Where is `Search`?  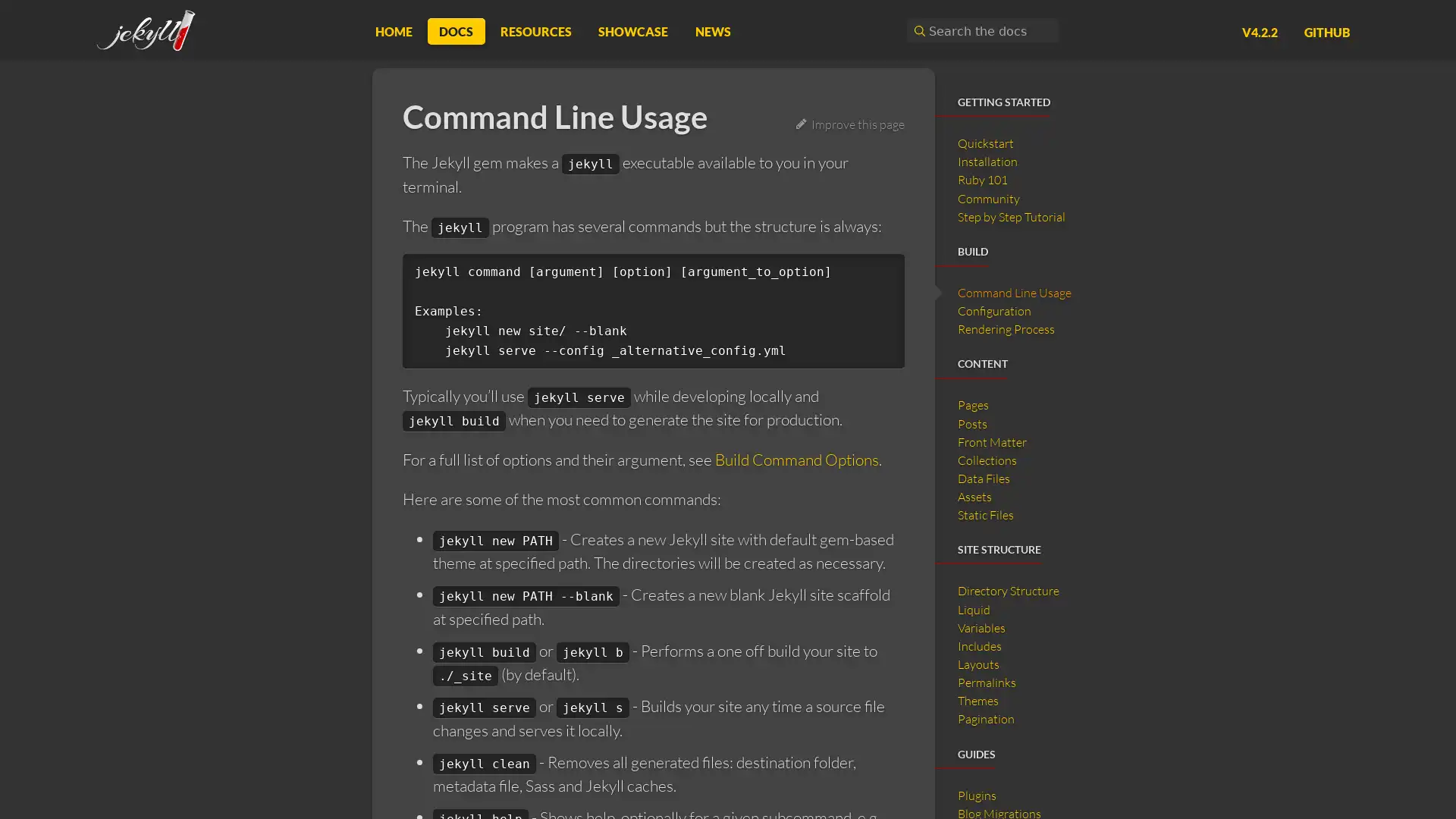 Search is located at coordinates (917, 30).